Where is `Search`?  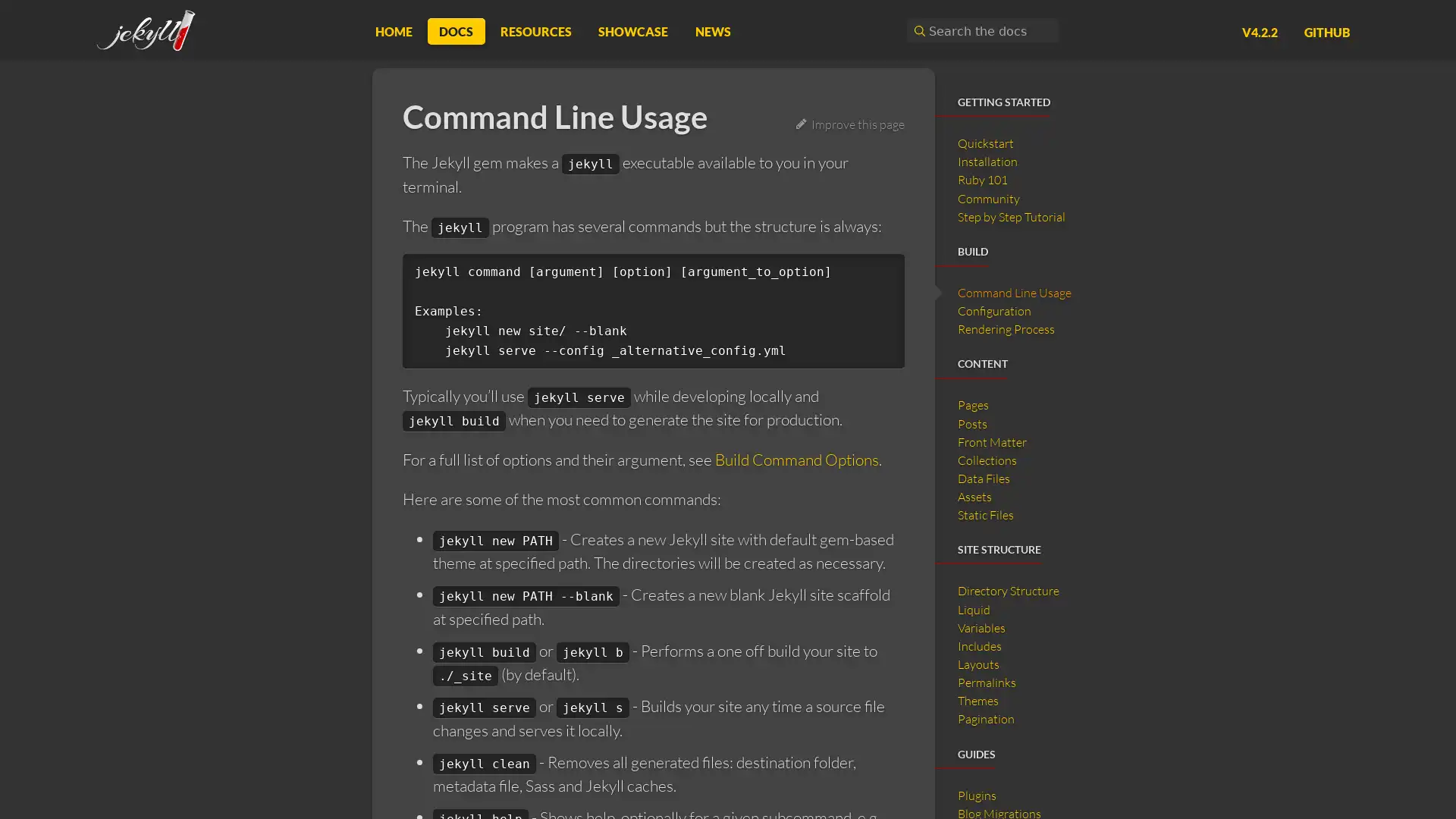 Search is located at coordinates (917, 30).